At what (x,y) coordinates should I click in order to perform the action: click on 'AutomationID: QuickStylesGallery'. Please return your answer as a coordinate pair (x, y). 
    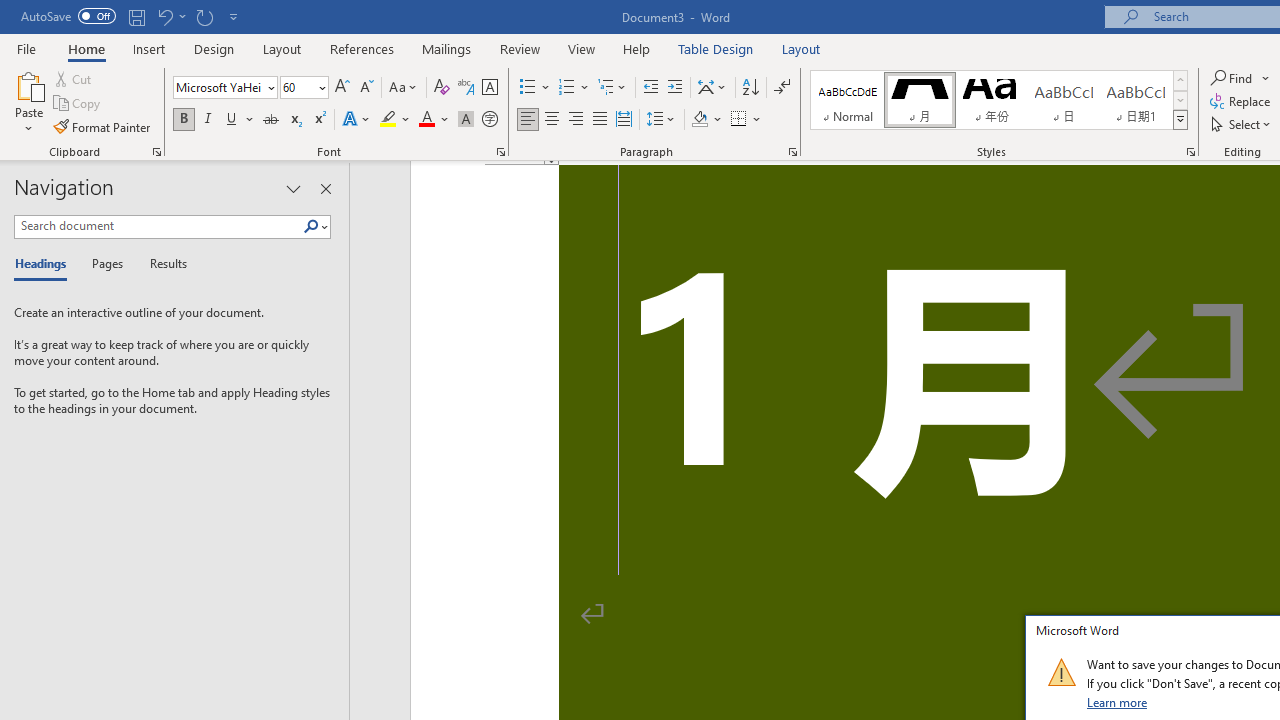
    Looking at the image, I should click on (999, 100).